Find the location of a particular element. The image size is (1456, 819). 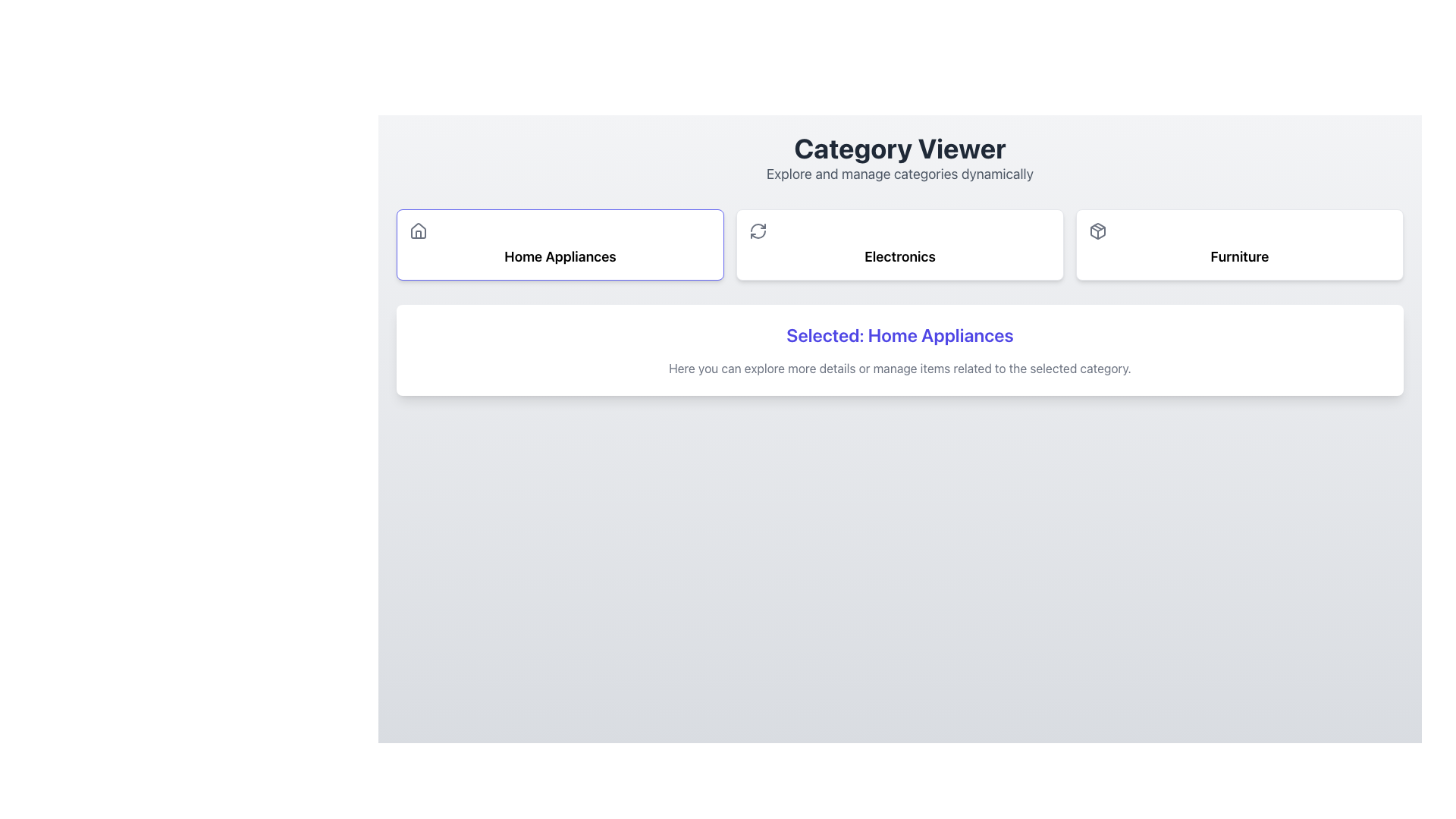

the 'Home Appliances' category icon located at the top-left corner of its card component, above the text label is located at coordinates (419, 231).